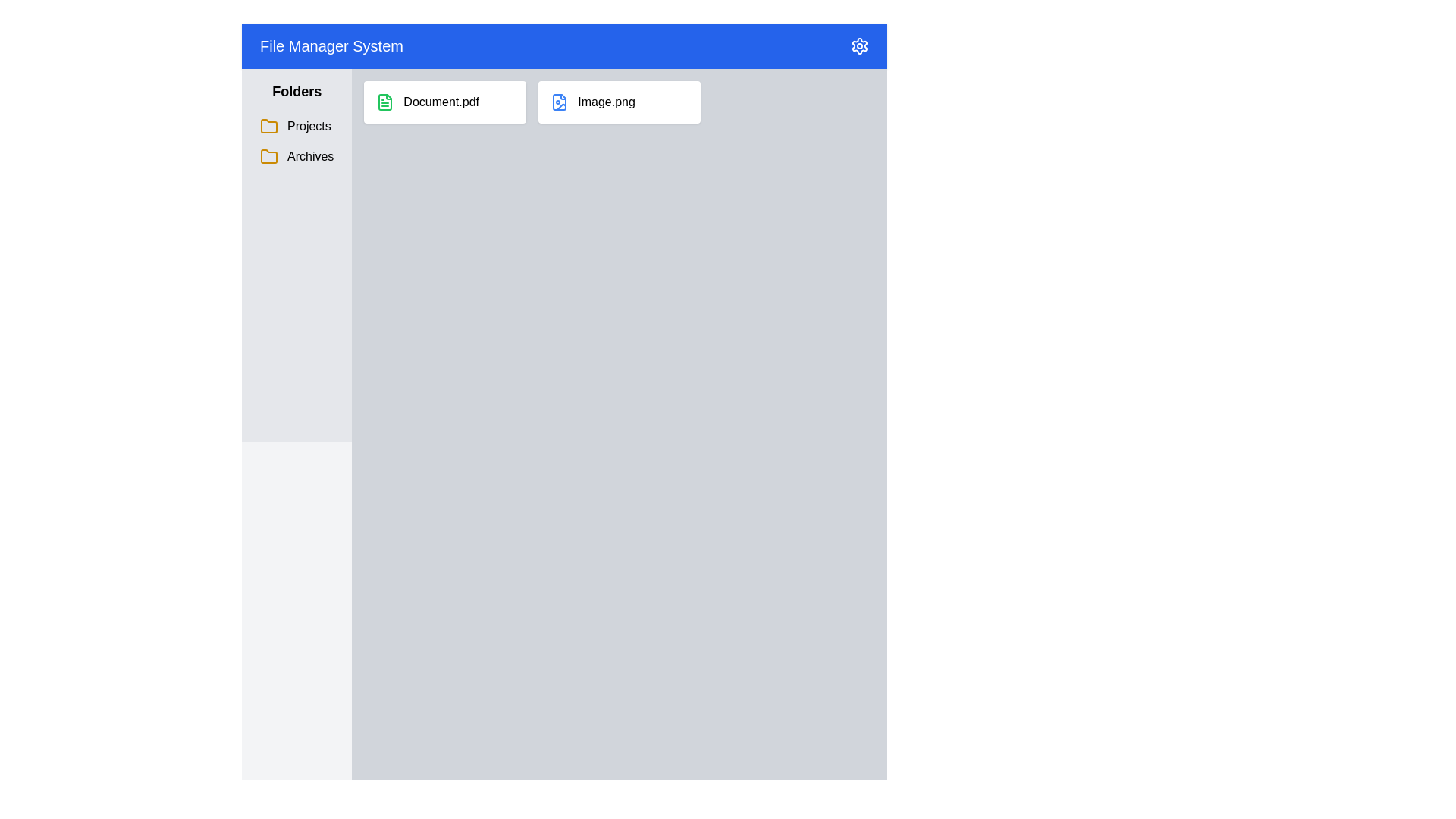 This screenshot has width=1456, height=819. I want to click on the 'Archives' menu item in the left sidebar, which is a folder entry with a yellow folder icon and black text, positioned directly below 'Projects', so click(297, 157).